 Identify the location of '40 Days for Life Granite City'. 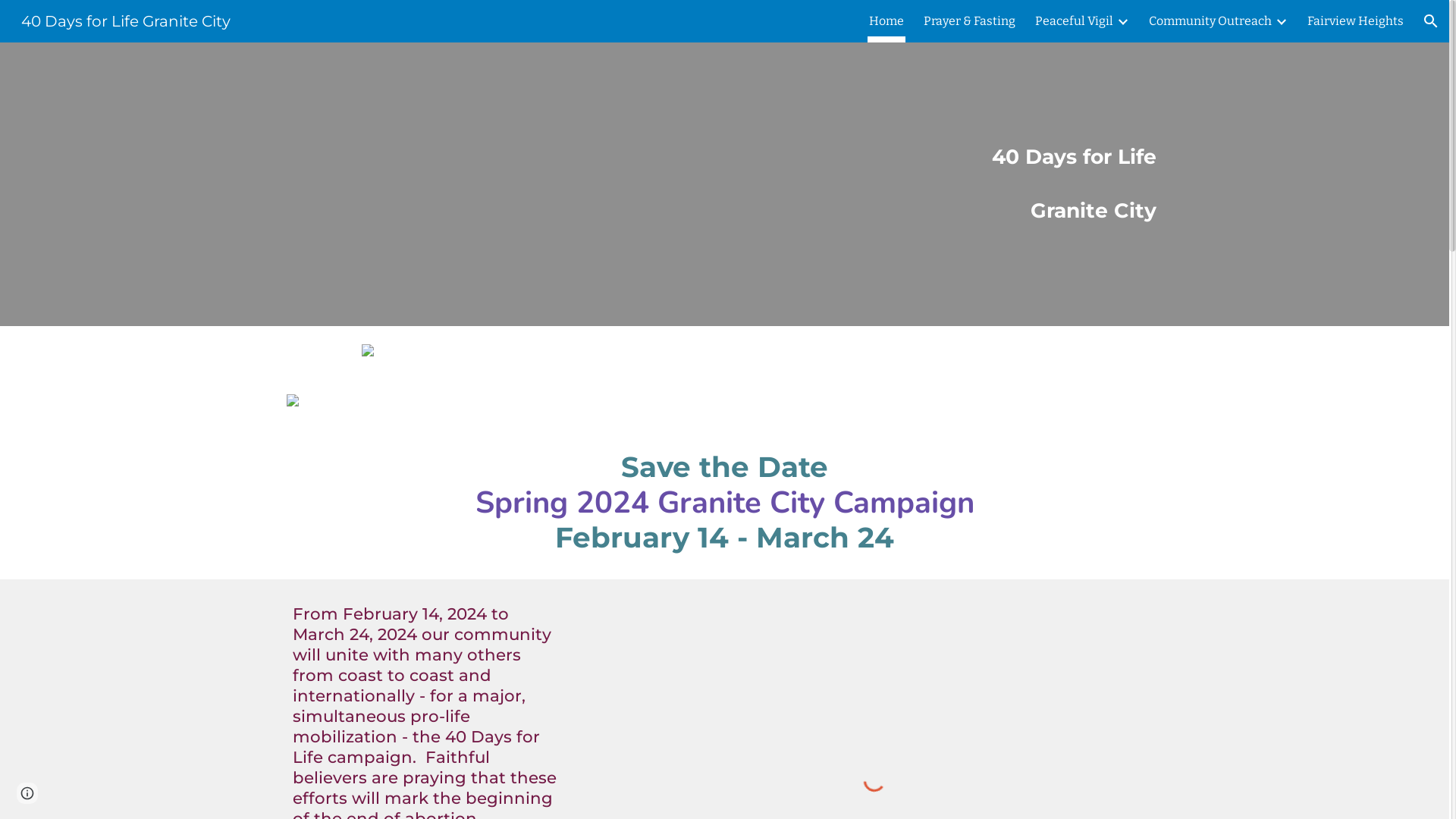
(126, 20).